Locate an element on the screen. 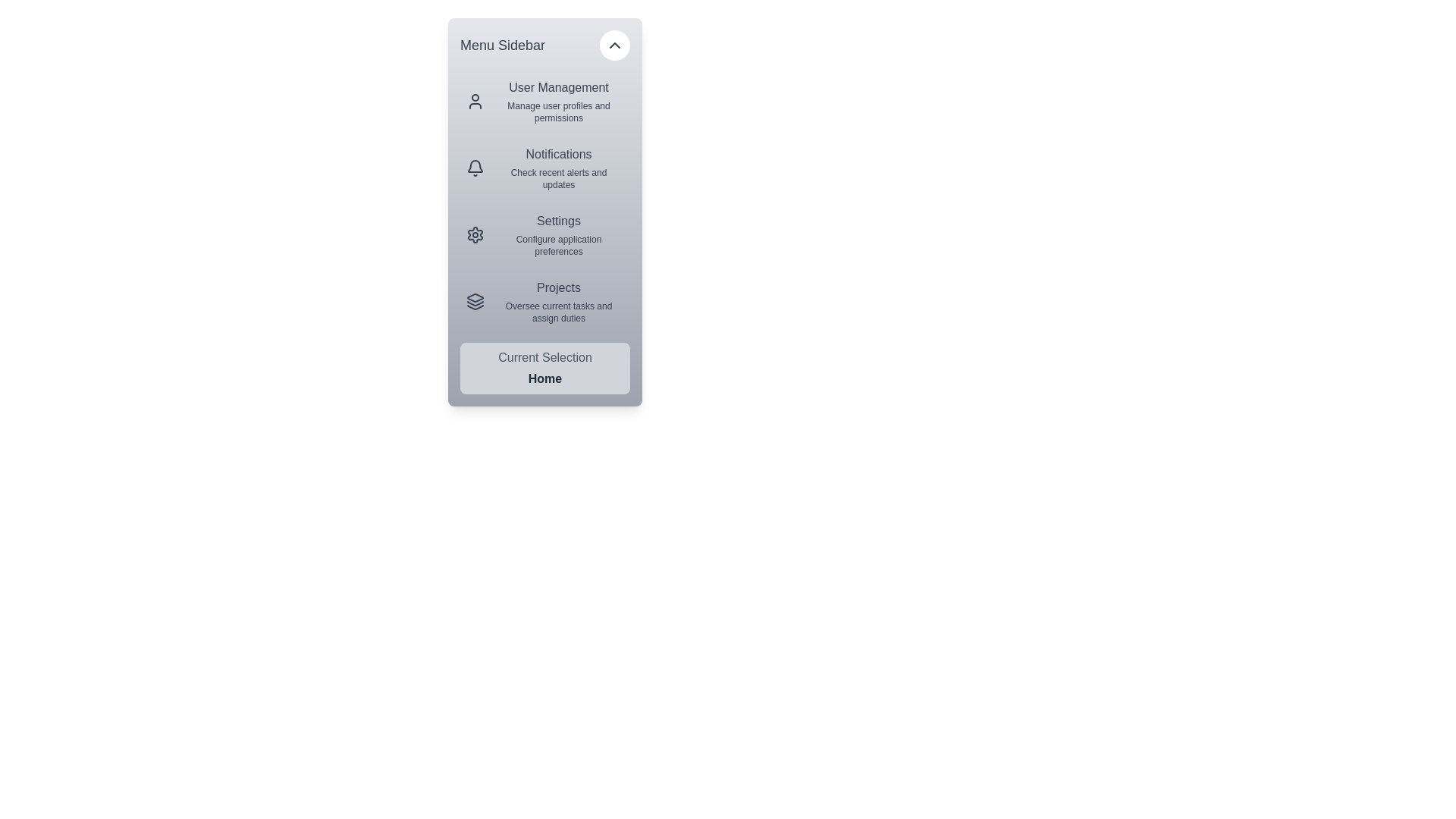 Image resolution: width=1456 pixels, height=819 pixels. the gear icon representing the settings feature located next to the text 'Settings' in the third row of the menu sidebar is located at coordinates (475, 234).